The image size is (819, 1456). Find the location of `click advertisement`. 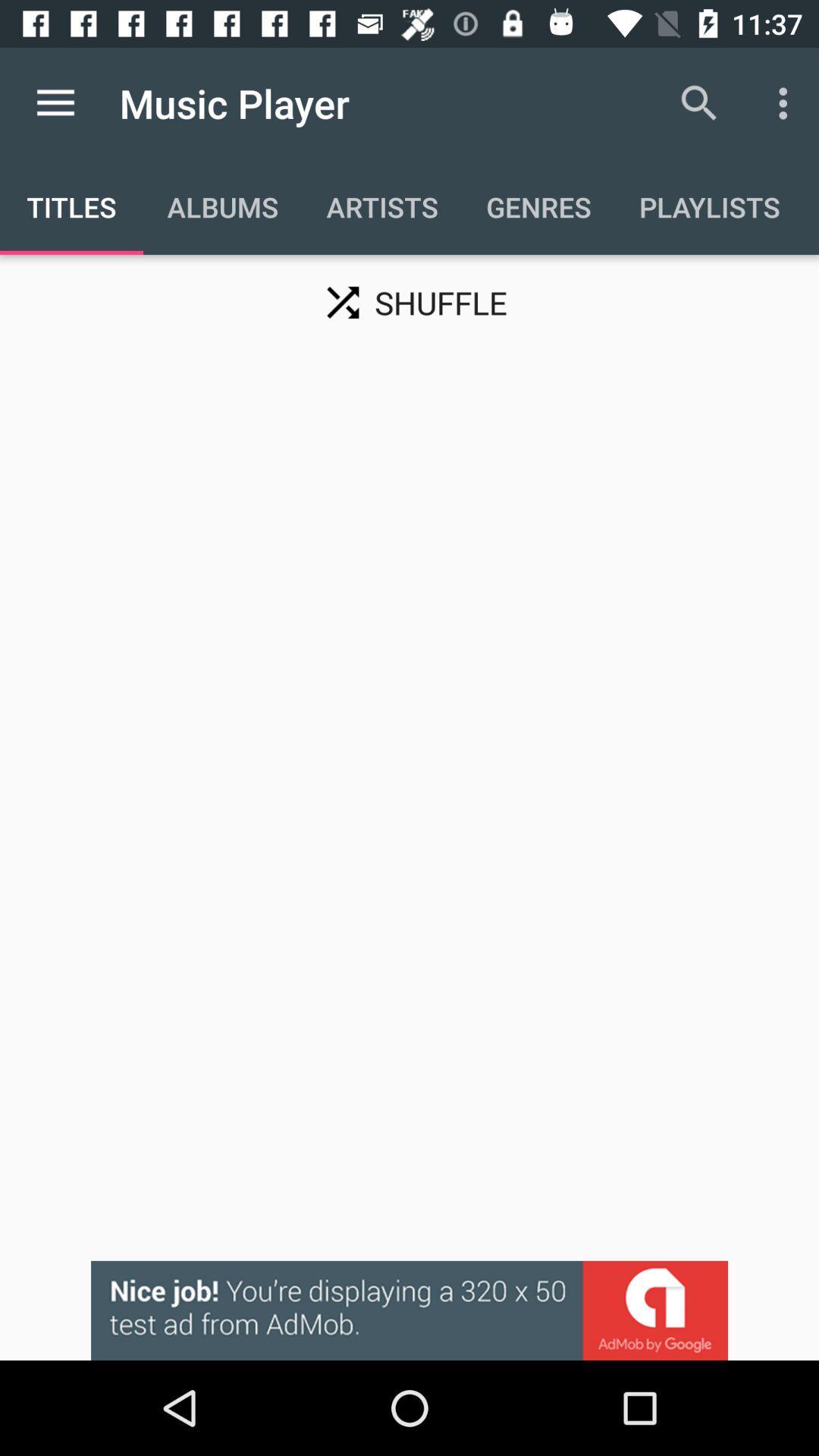

click advertisement is located at coordinates (409, 1310).